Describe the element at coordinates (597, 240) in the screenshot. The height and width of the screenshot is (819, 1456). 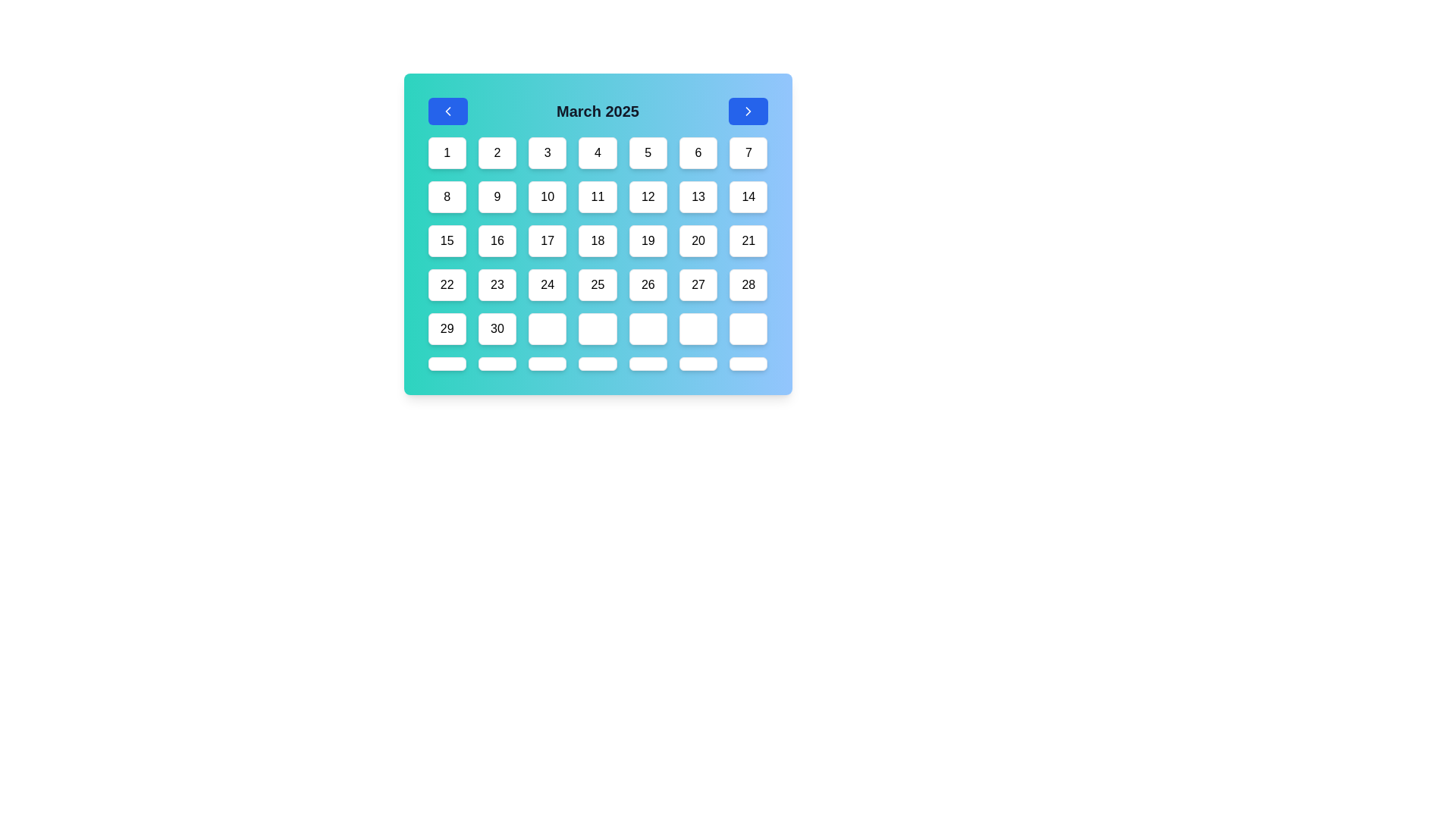
I see `the button displaying '18'` at that location.